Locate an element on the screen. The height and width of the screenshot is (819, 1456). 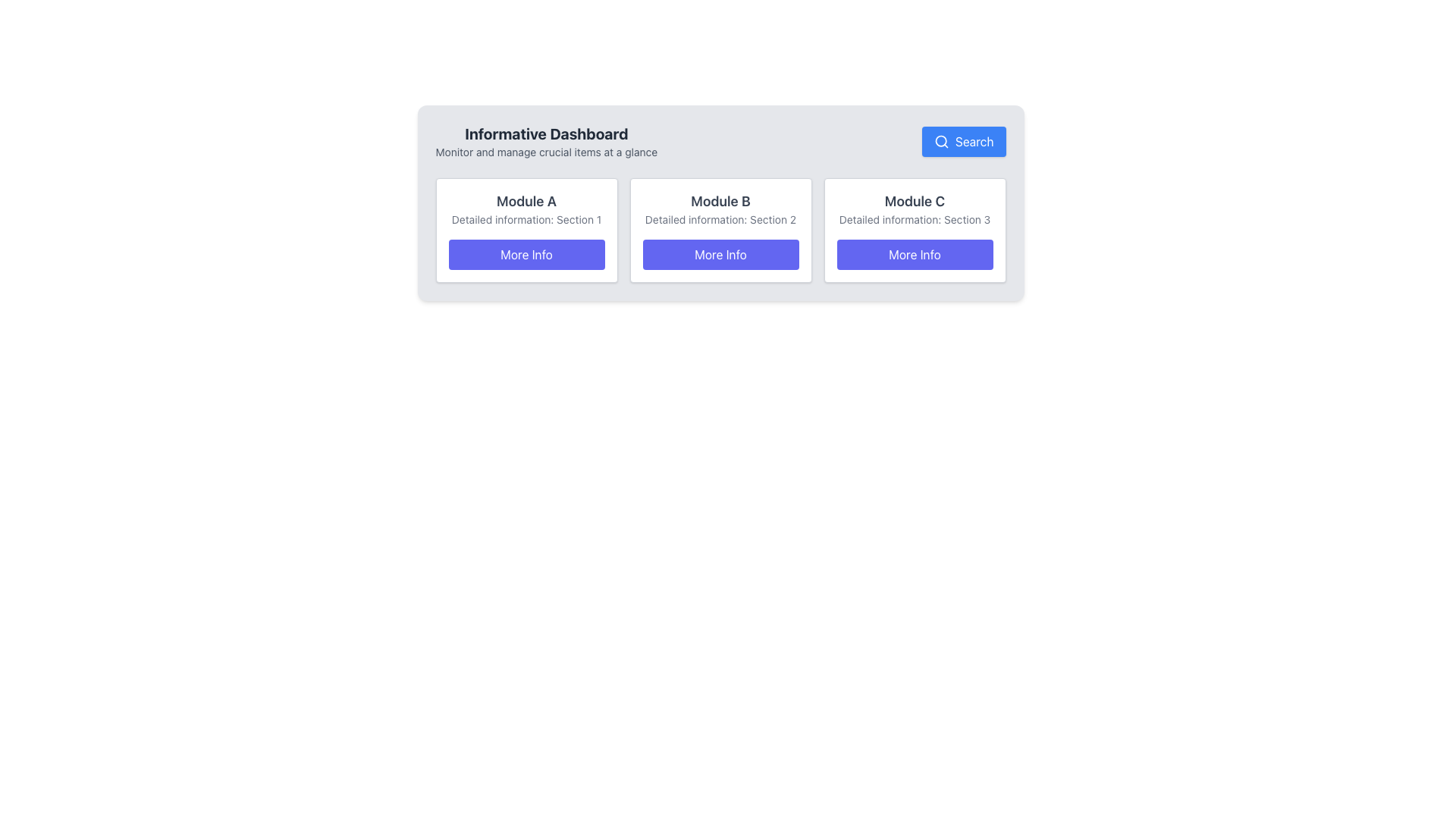
the 'More Info' button with a vibrant indigo background and white text located at the bottom of the 'Module C' card is located at coordinates (914, 253).